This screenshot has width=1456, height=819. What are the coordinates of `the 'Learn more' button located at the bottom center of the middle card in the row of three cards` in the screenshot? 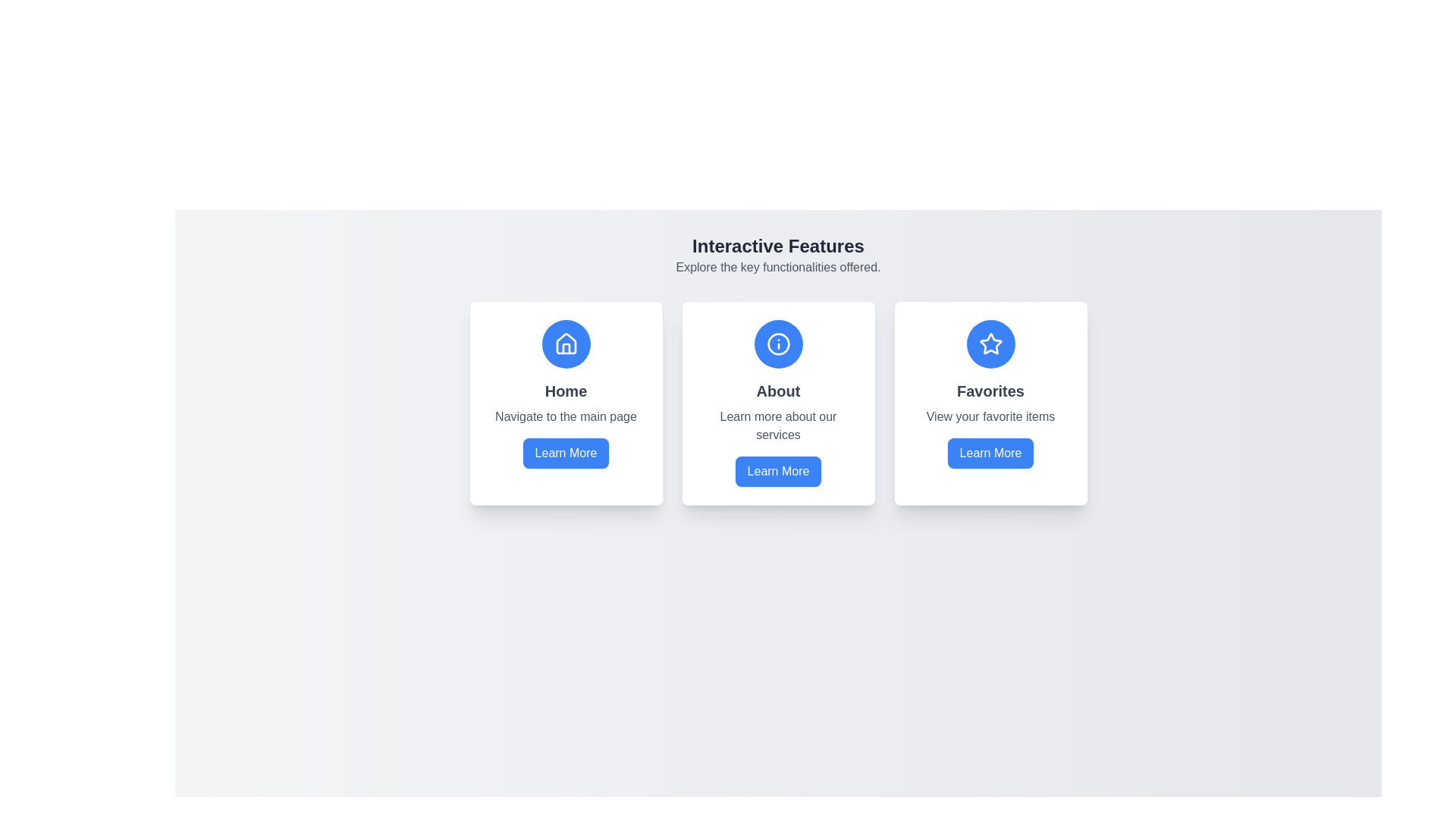 It's located at (778, 470).